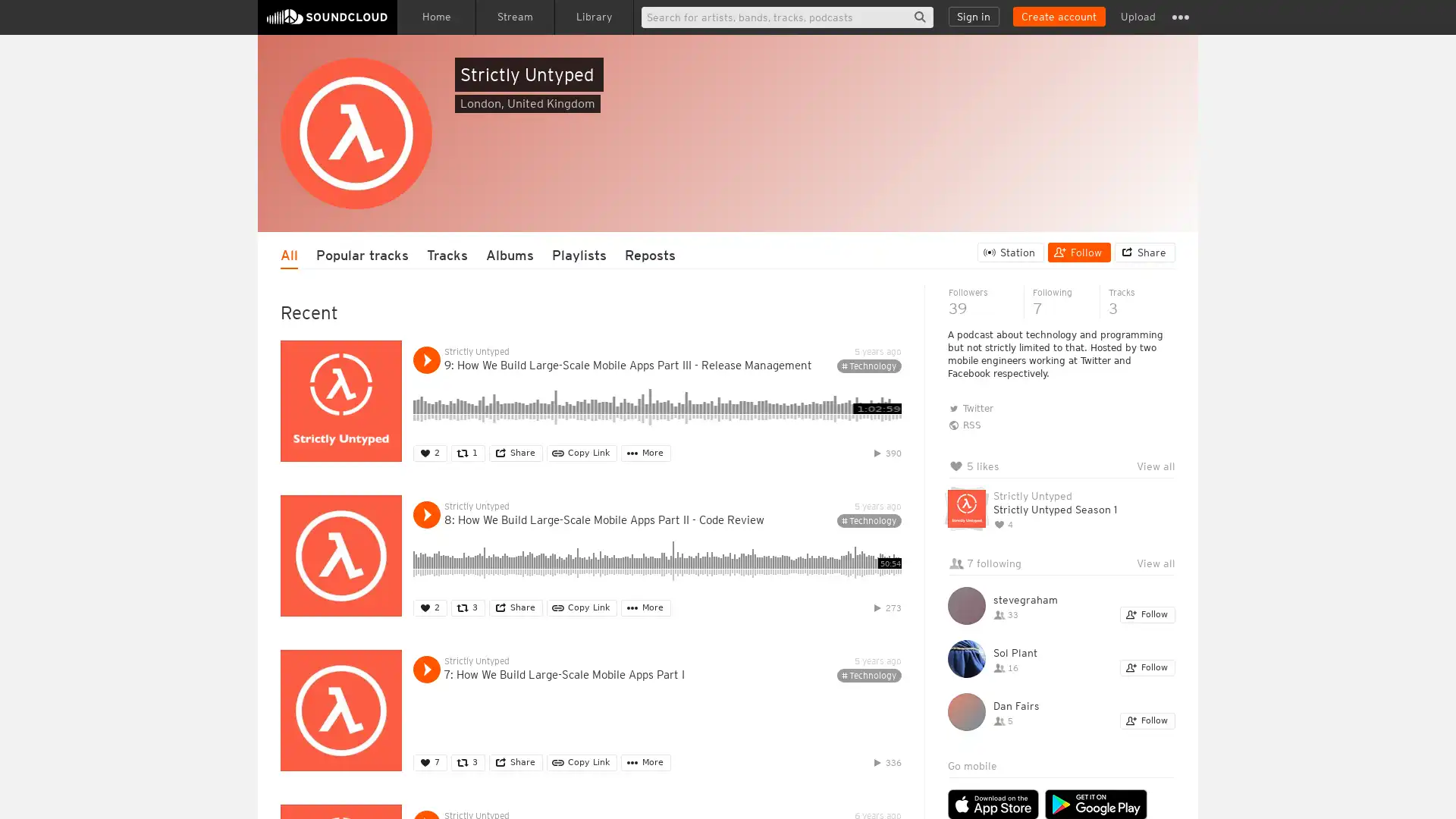 This screenshot has height=819, width=1456. What do you see at coordinates (1147, 614) in the screenshot?
I see `Follow` at bounding box center [1147, 614].